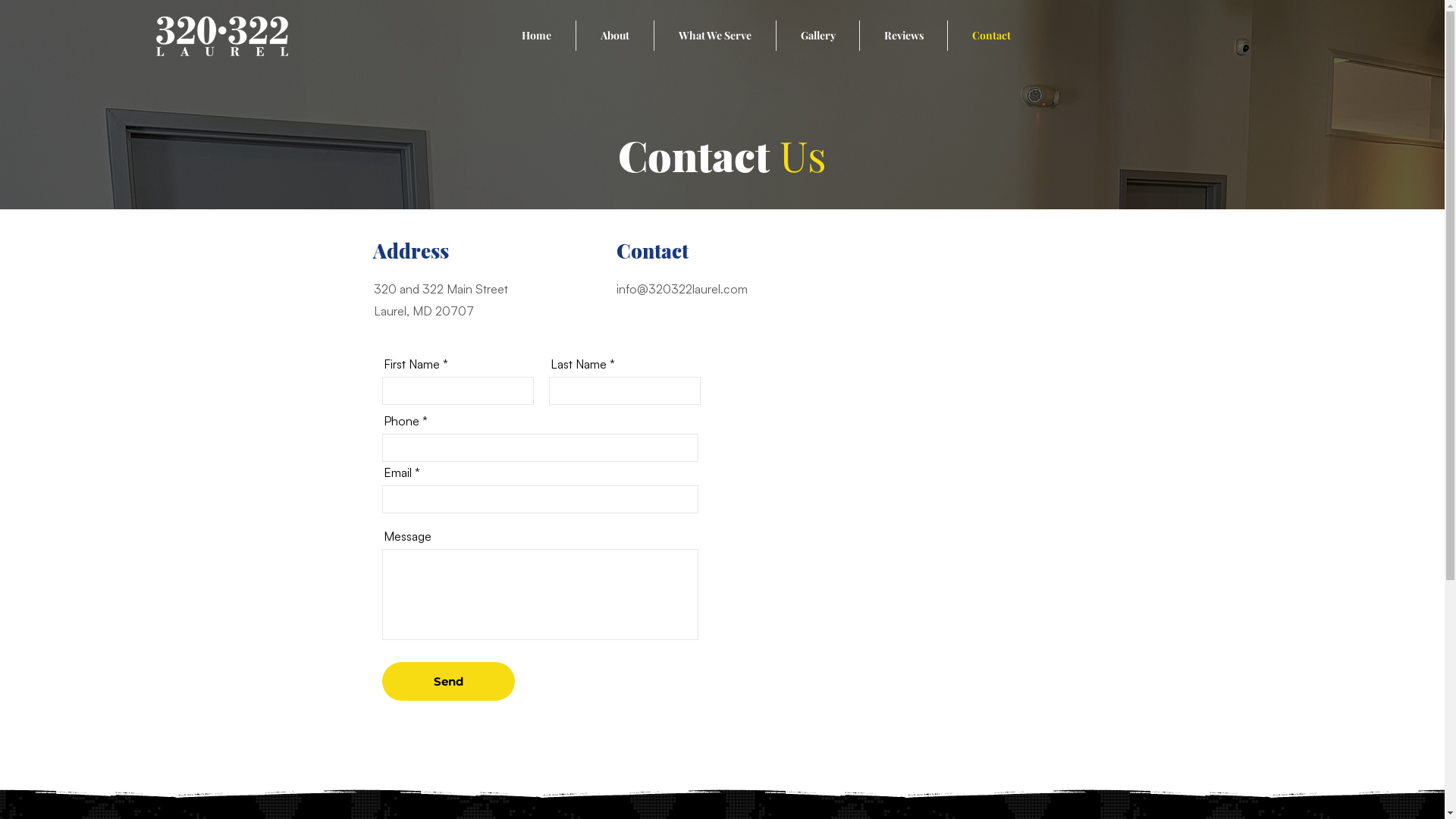 Image resolution: width=1456 pixels, height=819 pixels. Describe the element at coordinates (817, 34) in the screenshot. I see `'Gallery'` at that location.